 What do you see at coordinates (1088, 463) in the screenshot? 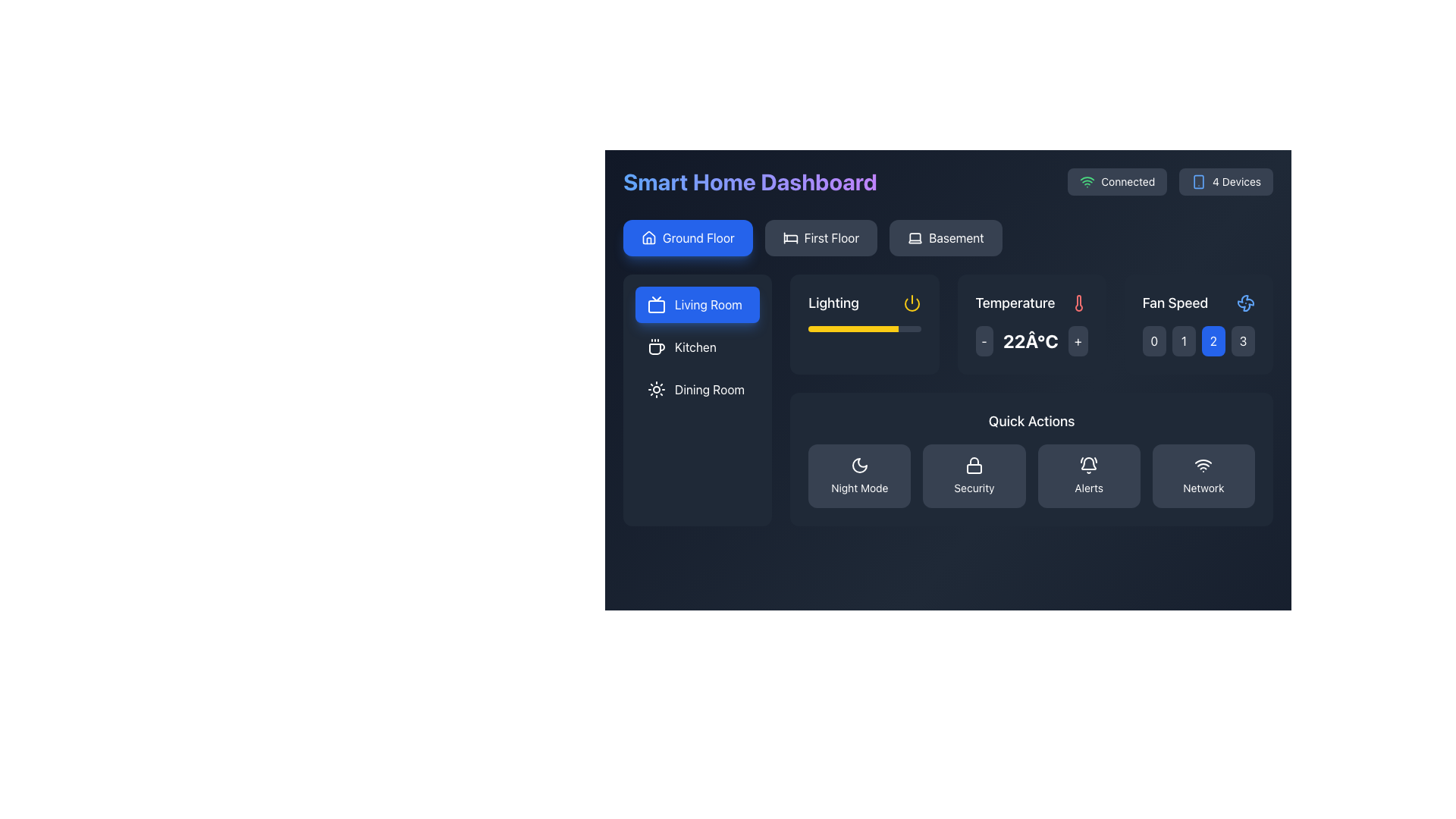
I see `the alarm bell icon located in the 'Alerts' quick action button, which is the second from the right in the bottom row of the dashboard` at bounding box center [1088, 463].